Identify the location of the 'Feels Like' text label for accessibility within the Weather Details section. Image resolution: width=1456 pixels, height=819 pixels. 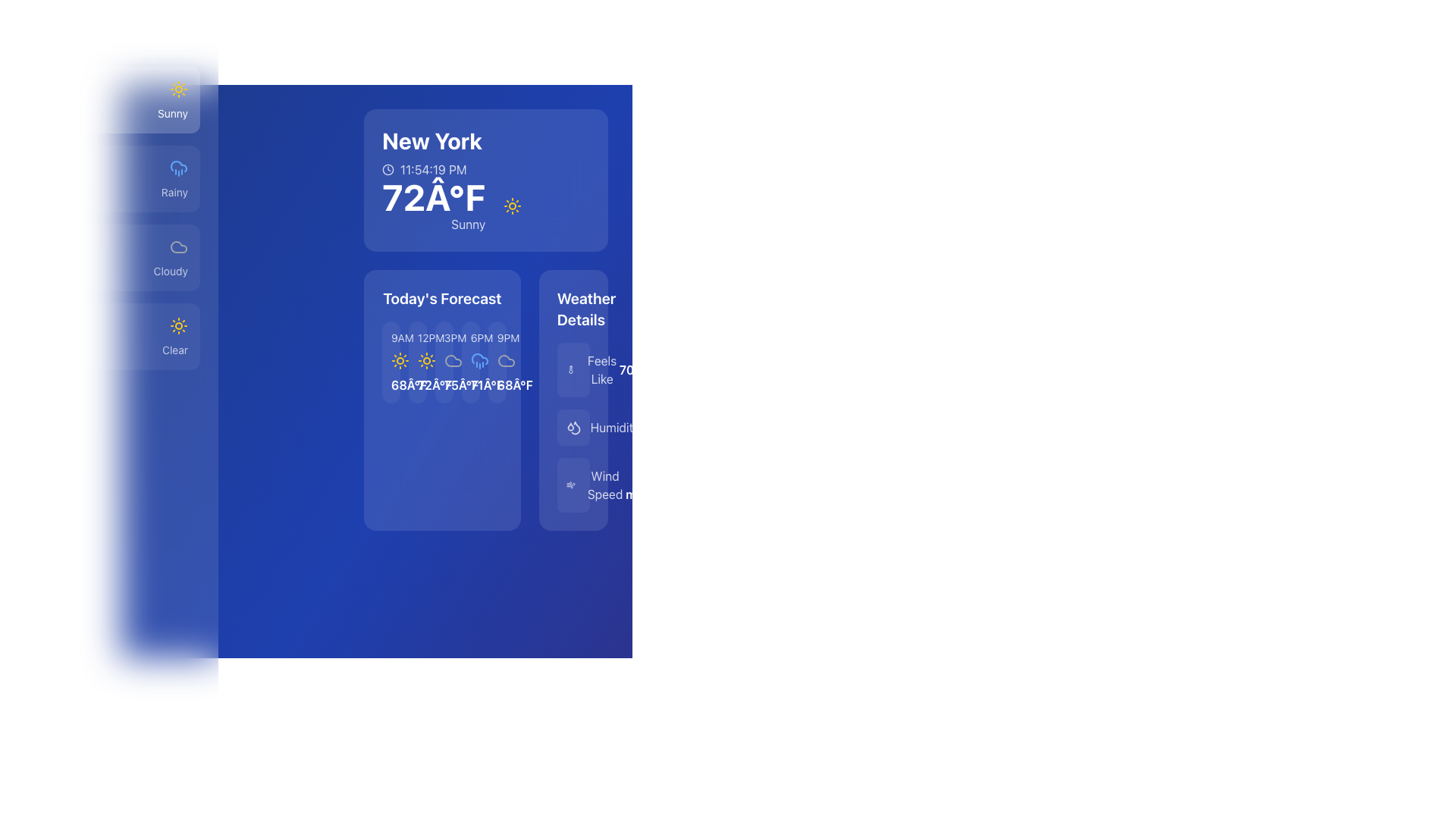
(601, 370).